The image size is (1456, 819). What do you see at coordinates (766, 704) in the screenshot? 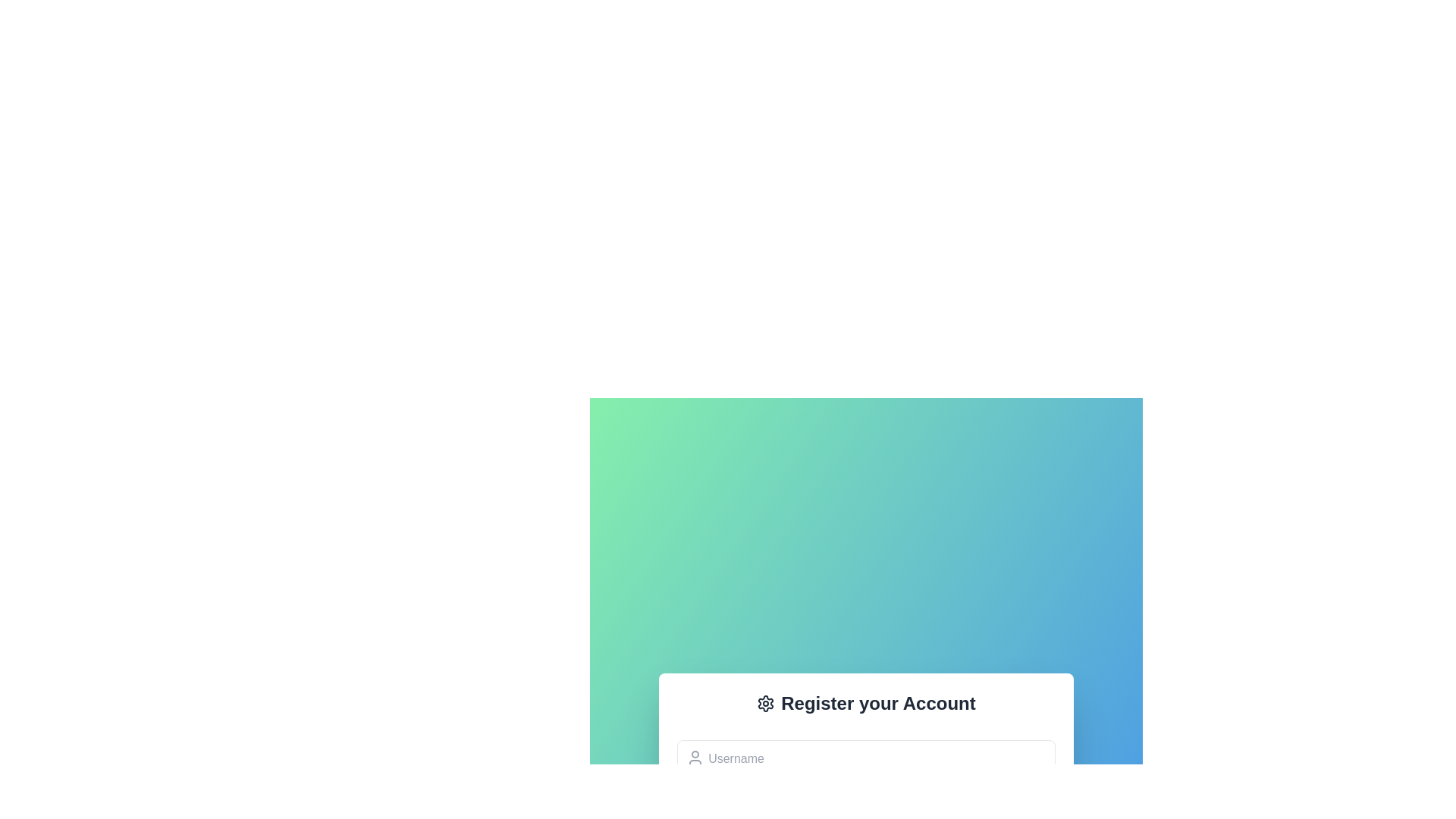
I see `the gear icon representing settings` at bounding box center [766, 704].